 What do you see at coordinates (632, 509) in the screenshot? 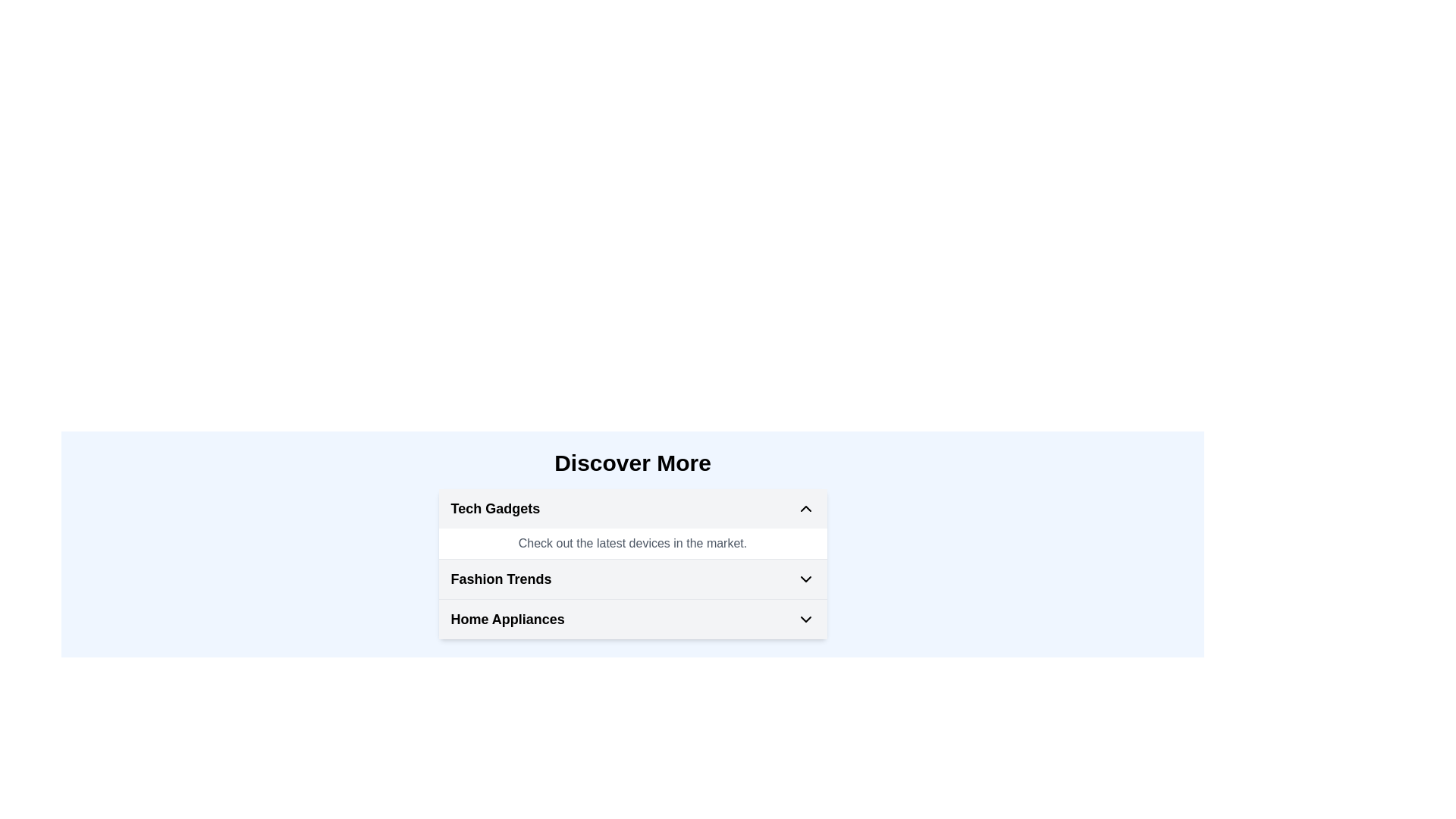
I see `the first button in the vertical stack of tabs` at bounding box center [632, 509].